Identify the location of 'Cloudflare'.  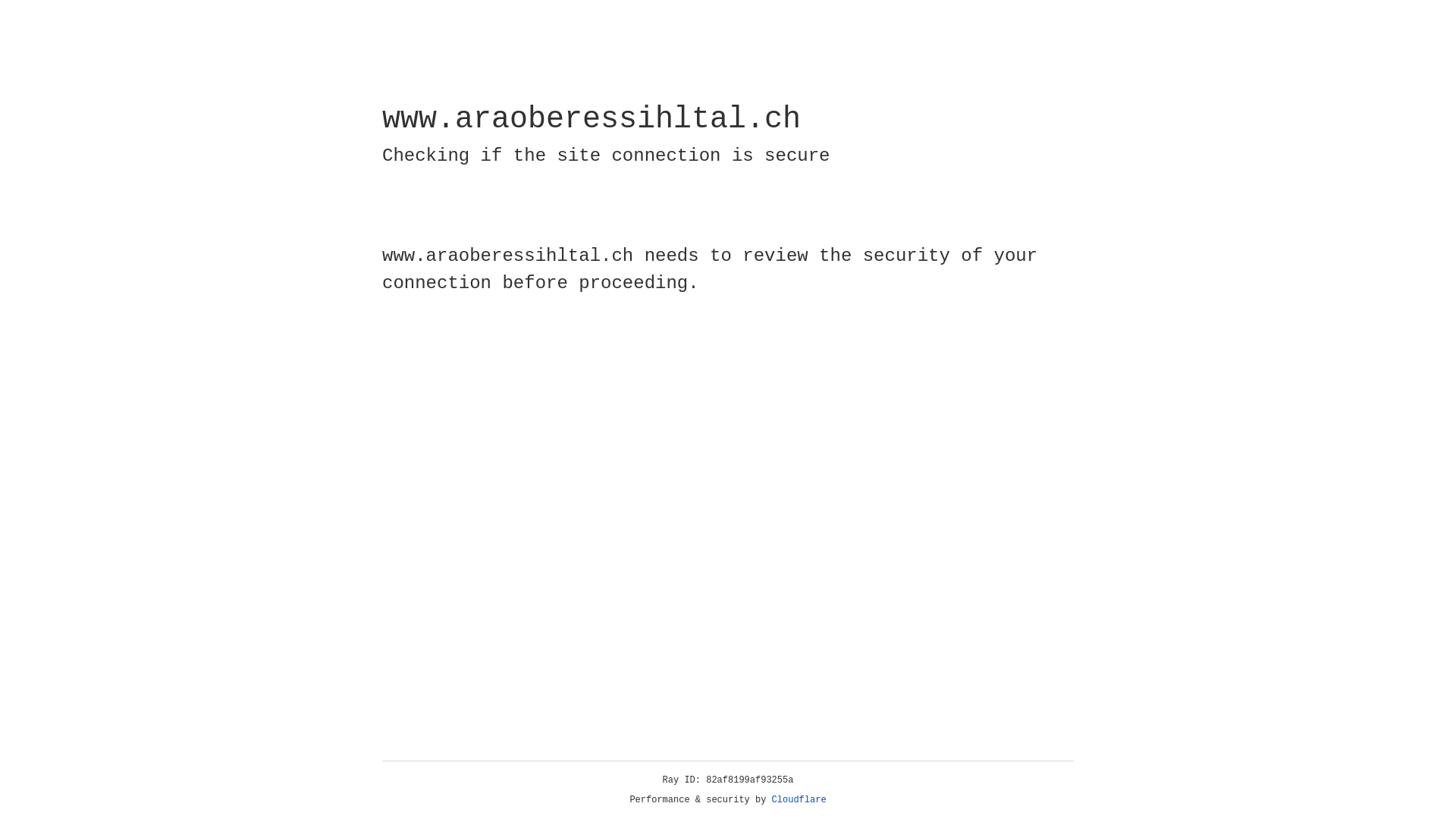
(799, 799).